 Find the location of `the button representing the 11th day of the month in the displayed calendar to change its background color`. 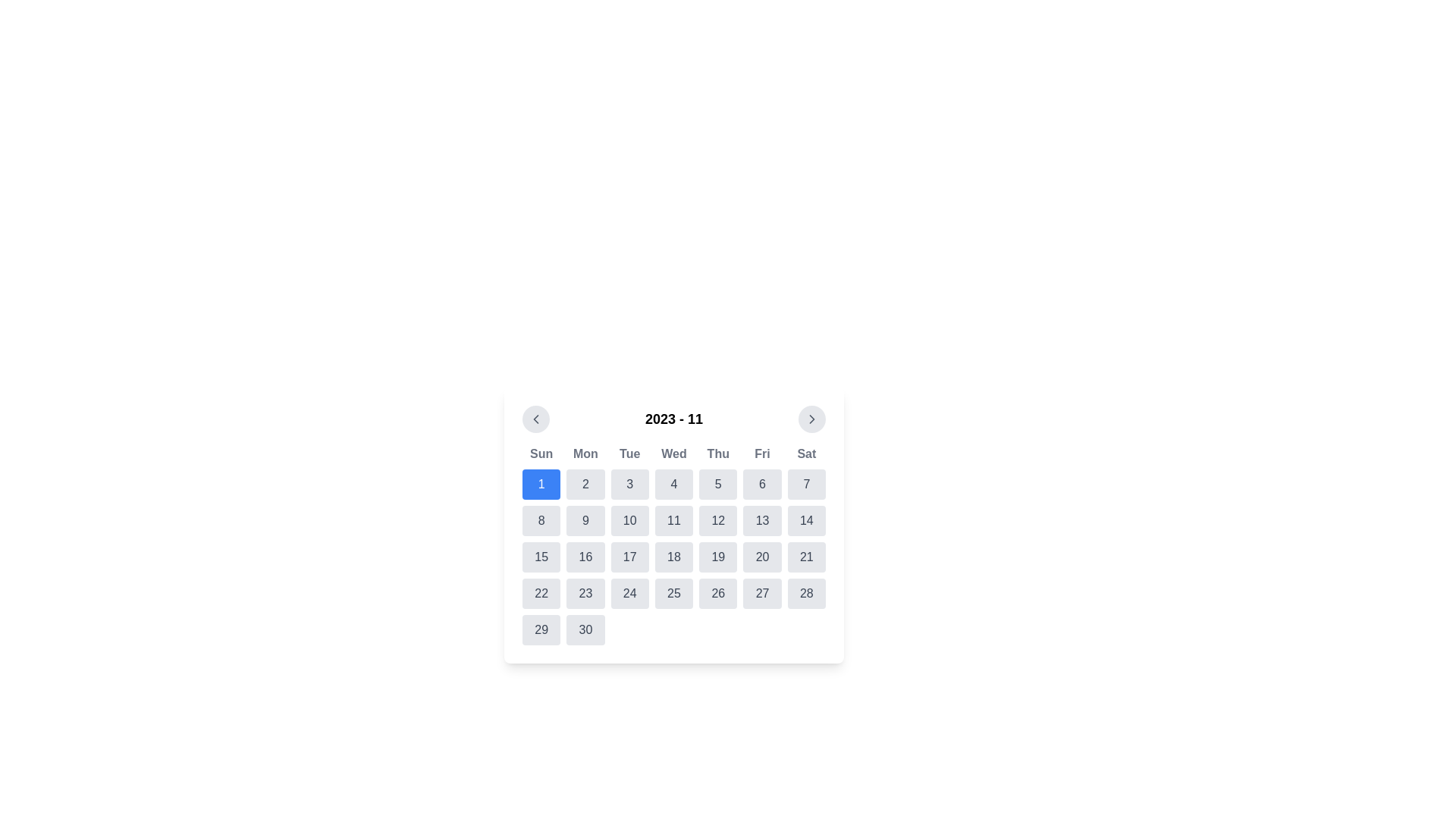

the button representing the 11th day of the month in the displayed calendar to change its background color is located at coordinates (673, 519).